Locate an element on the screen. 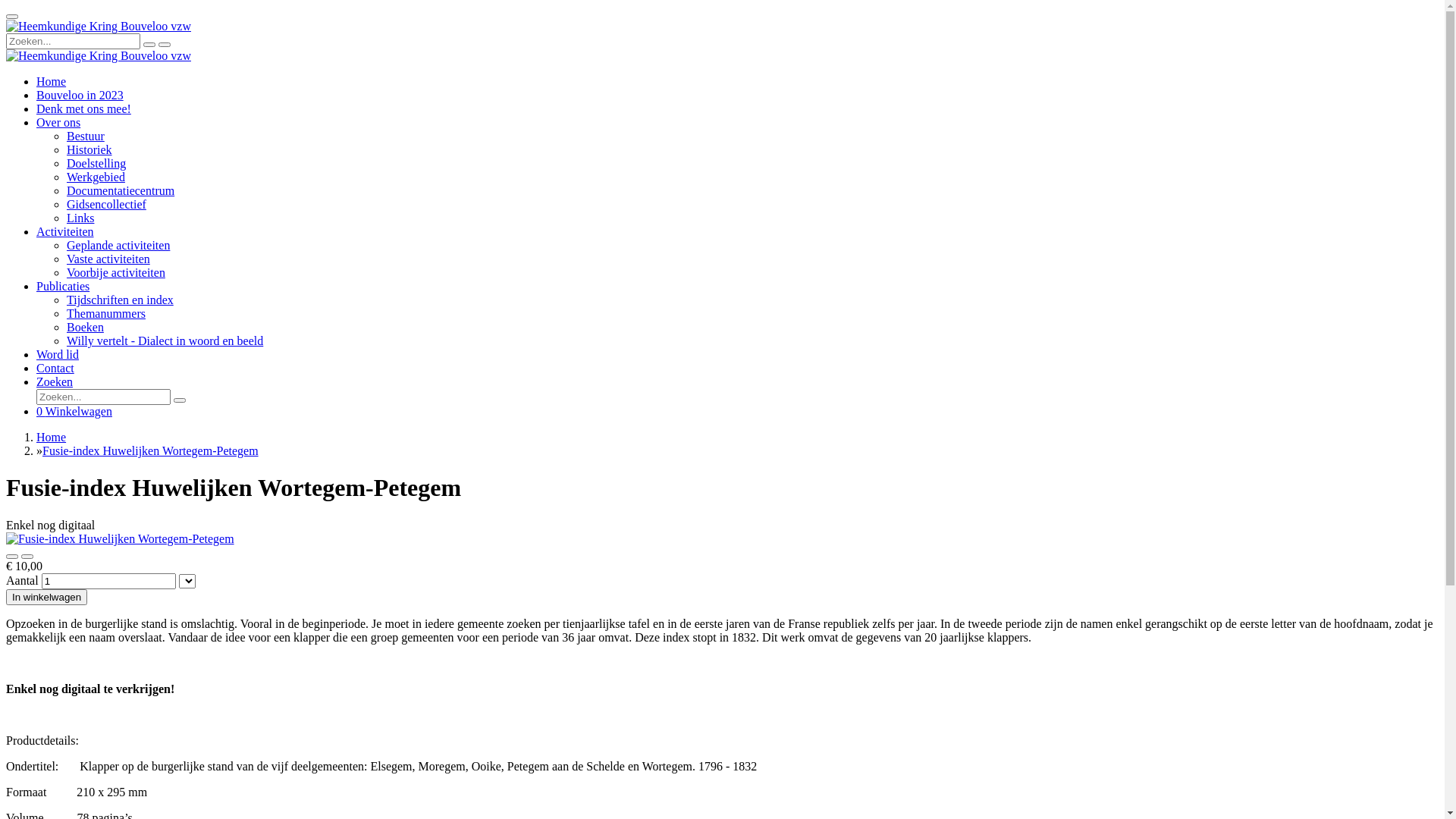 This screenshot has height=819, width=1456. 'In winkelwagen' is located at coordinates (46, 596).